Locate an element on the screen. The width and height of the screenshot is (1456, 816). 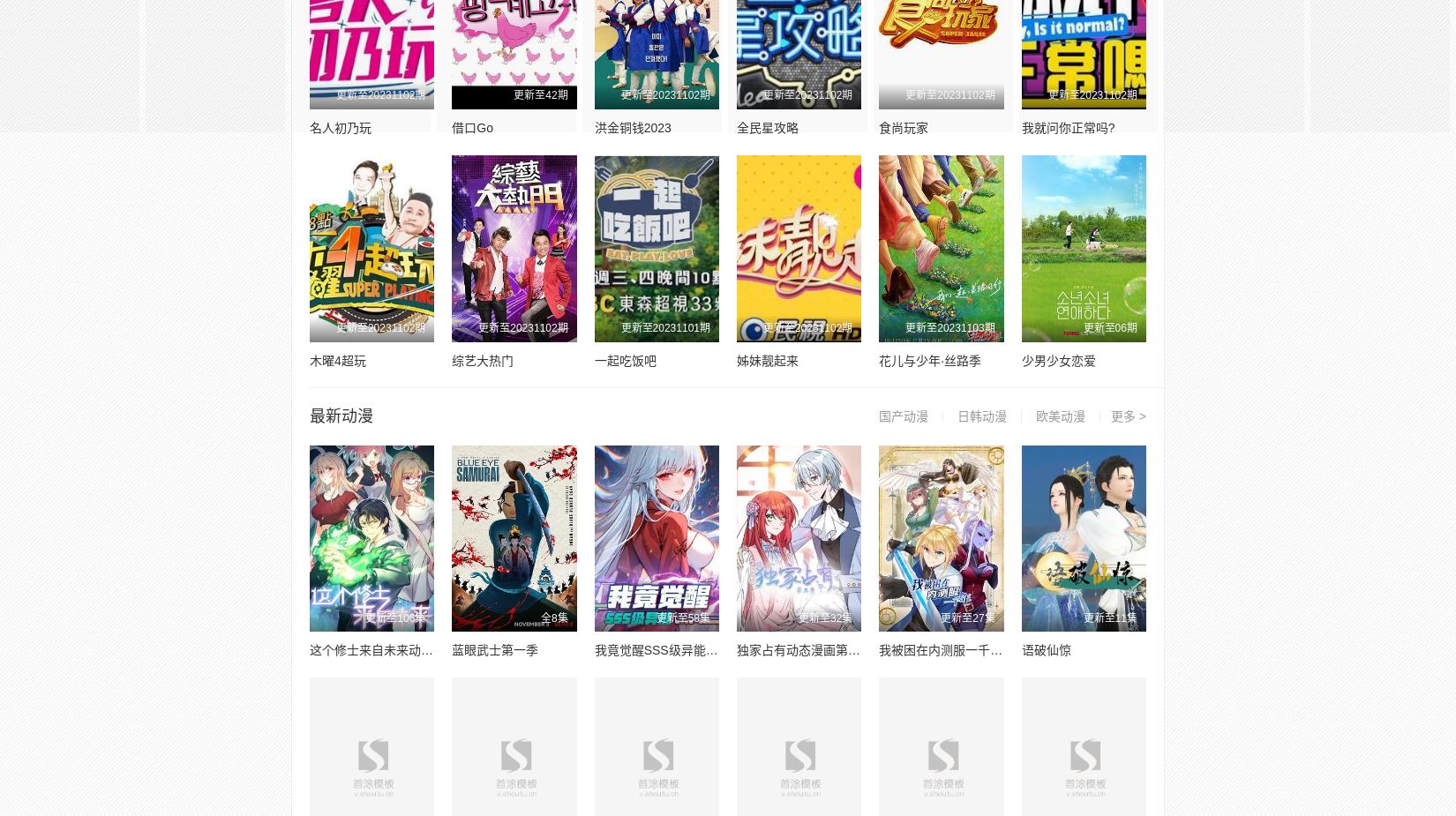
'全8集' is located at coordinates (552, 618).